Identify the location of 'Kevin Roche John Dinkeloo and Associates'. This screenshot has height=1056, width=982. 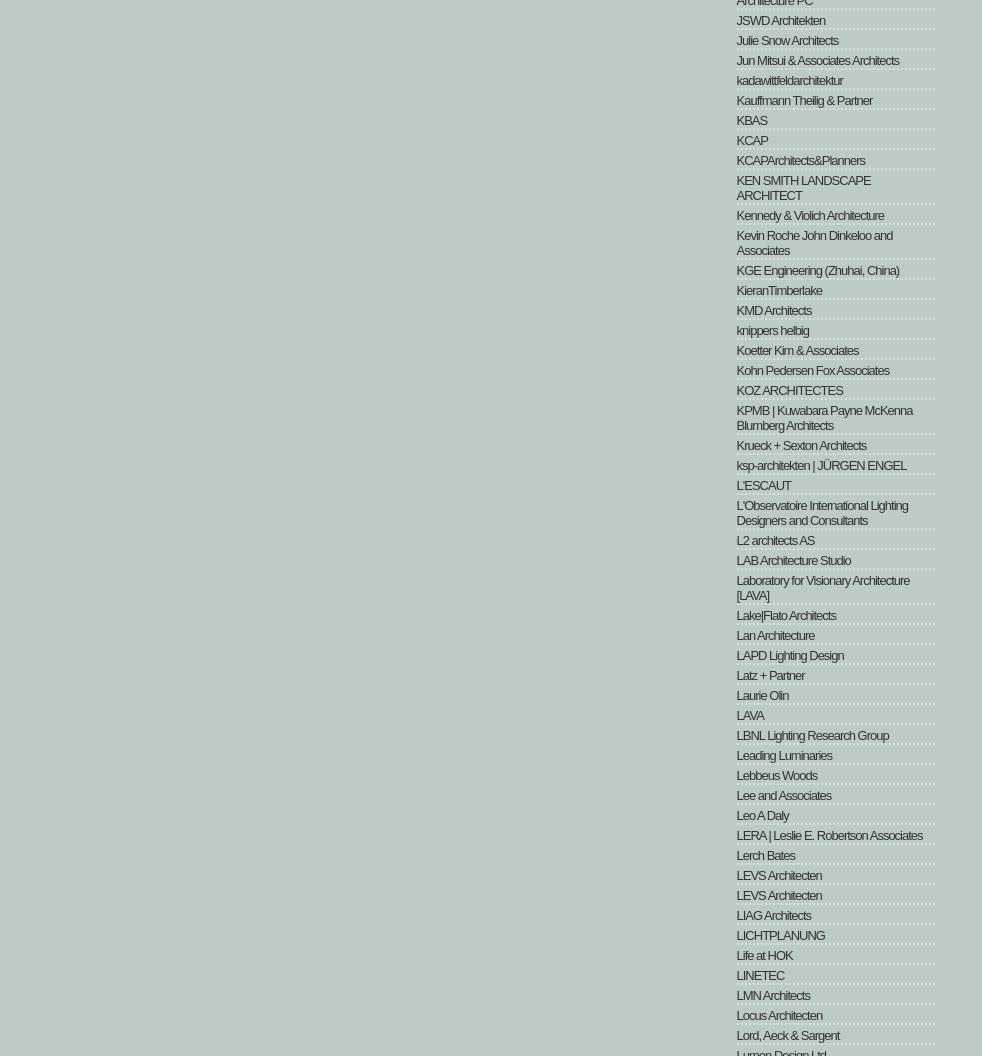
(813, 241).